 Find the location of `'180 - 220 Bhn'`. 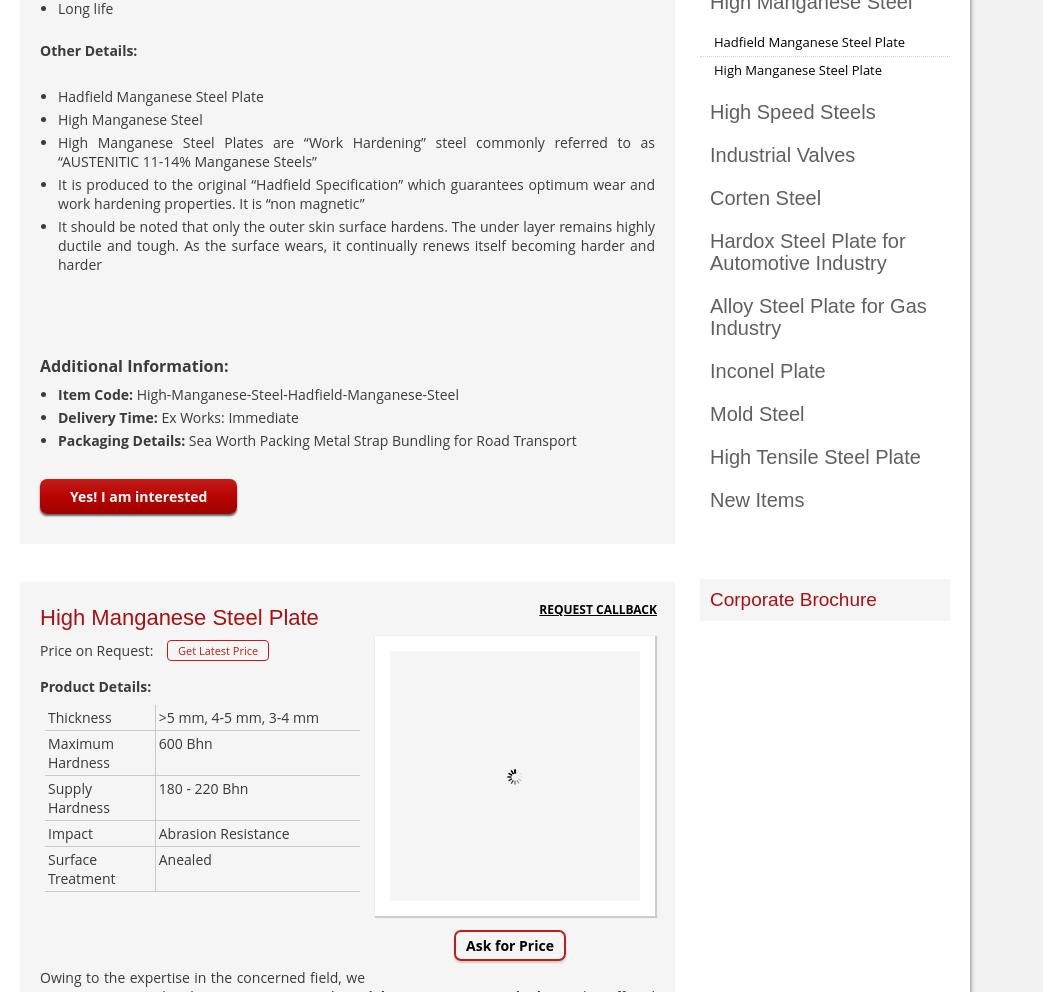

'180 - 220 Bhn' is located at coordinates (201, 788).